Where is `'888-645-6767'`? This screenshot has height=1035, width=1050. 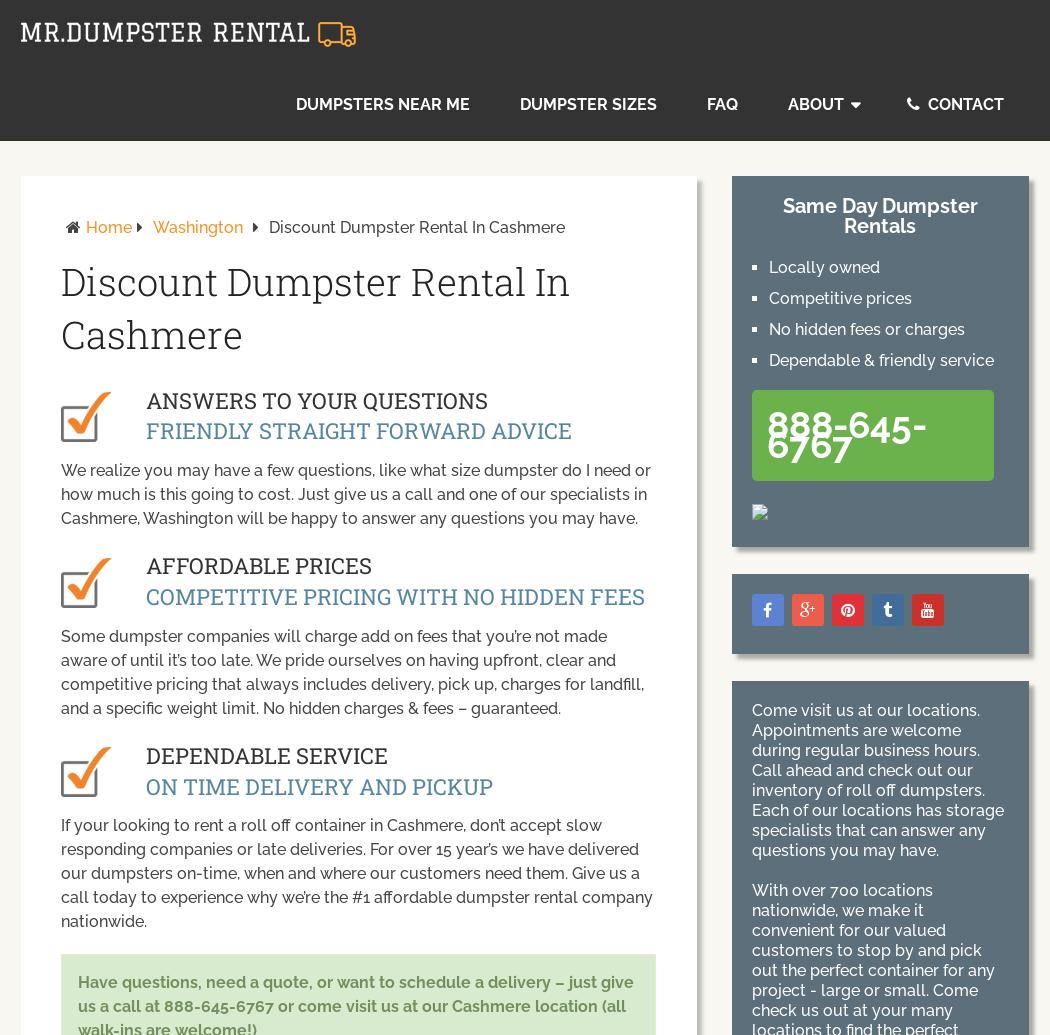 '888-645-6767' is located at coordinates (765, 435).